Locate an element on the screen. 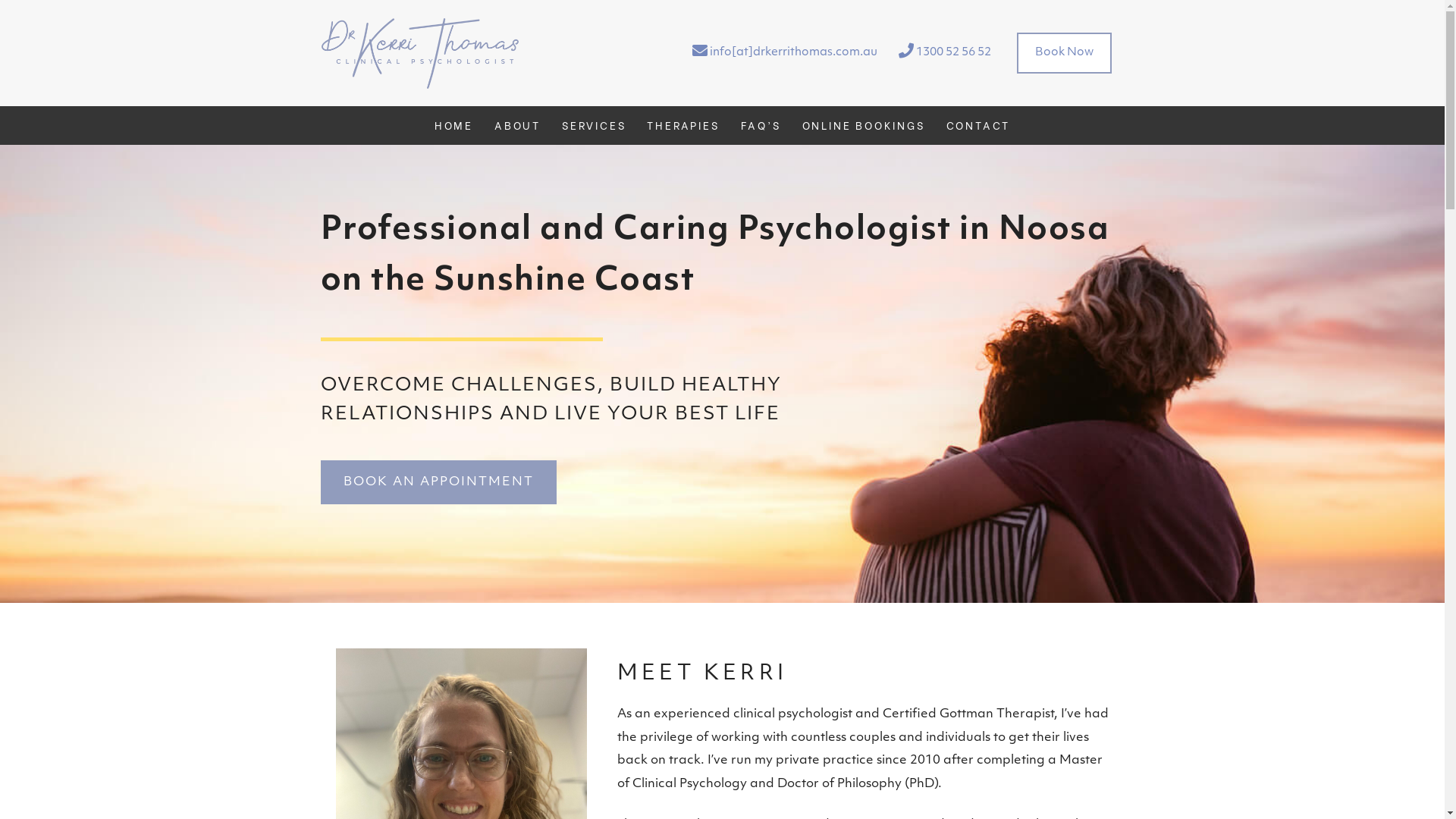  '1300 52 56 52' is located at coordinates (888, 52).